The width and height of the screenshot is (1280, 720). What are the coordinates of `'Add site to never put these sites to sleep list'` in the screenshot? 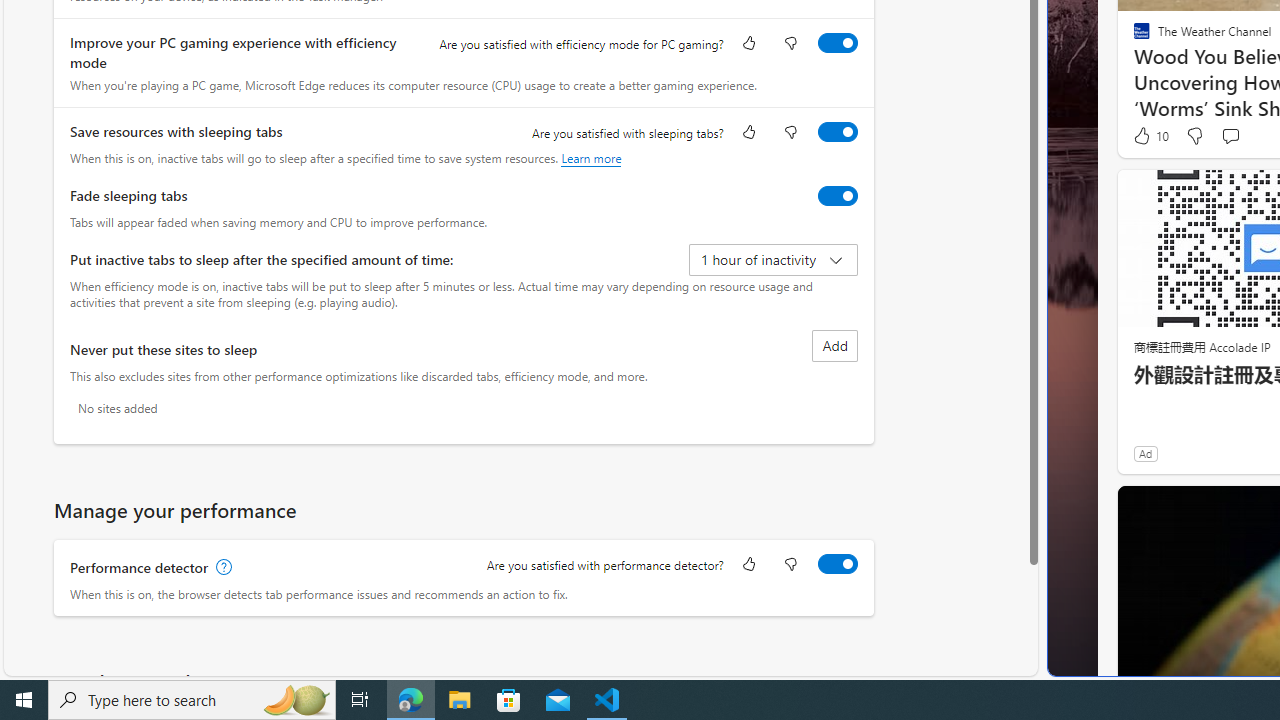 It's located at (834, 344).